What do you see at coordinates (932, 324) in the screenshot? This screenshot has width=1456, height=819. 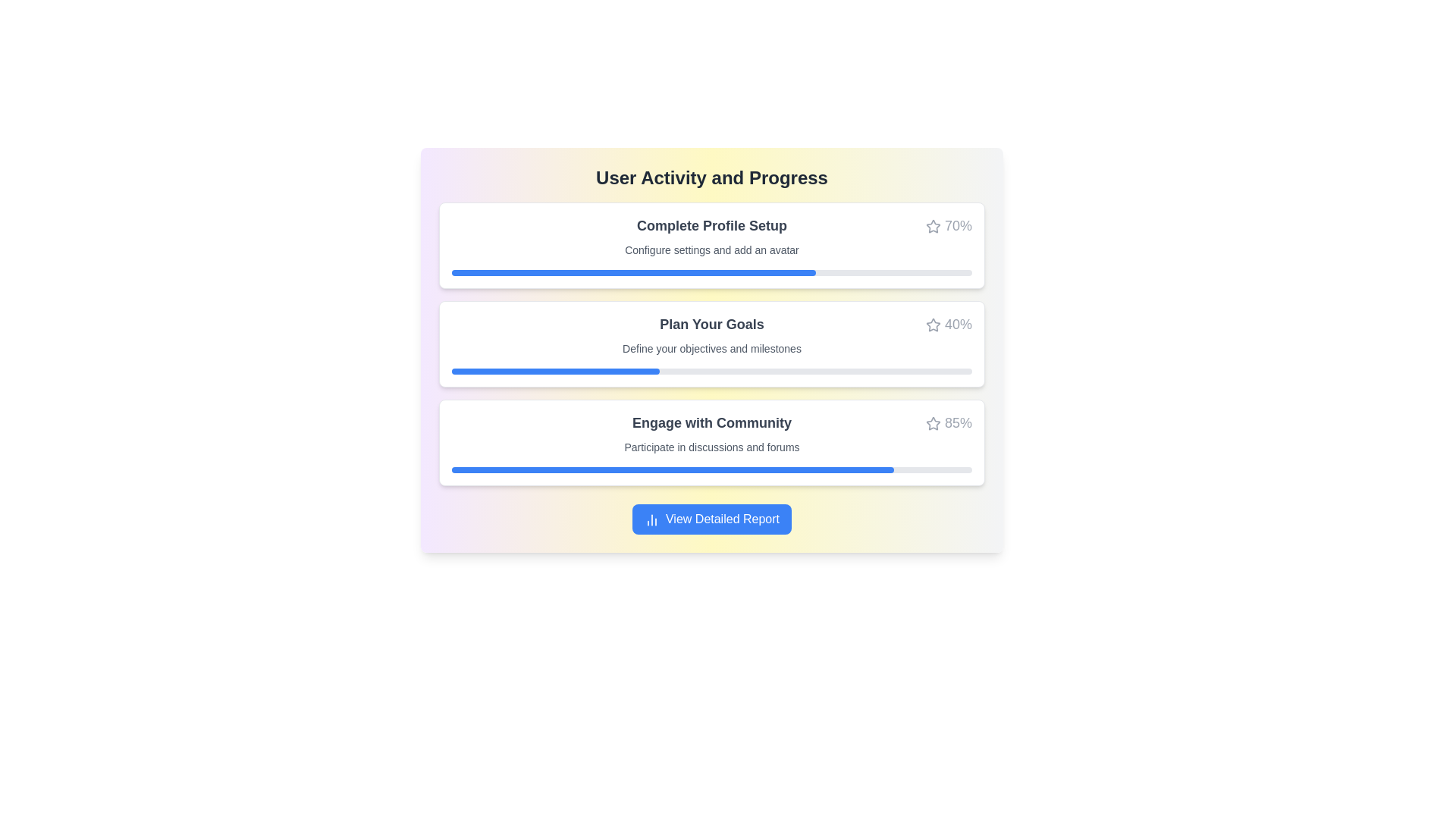 I see `the star-shaped graphic icon with a gray stroke, located to the right of the 'Plan Your Goals' progress bar in the second row of the activity panel` at bounding box center [932, 324].